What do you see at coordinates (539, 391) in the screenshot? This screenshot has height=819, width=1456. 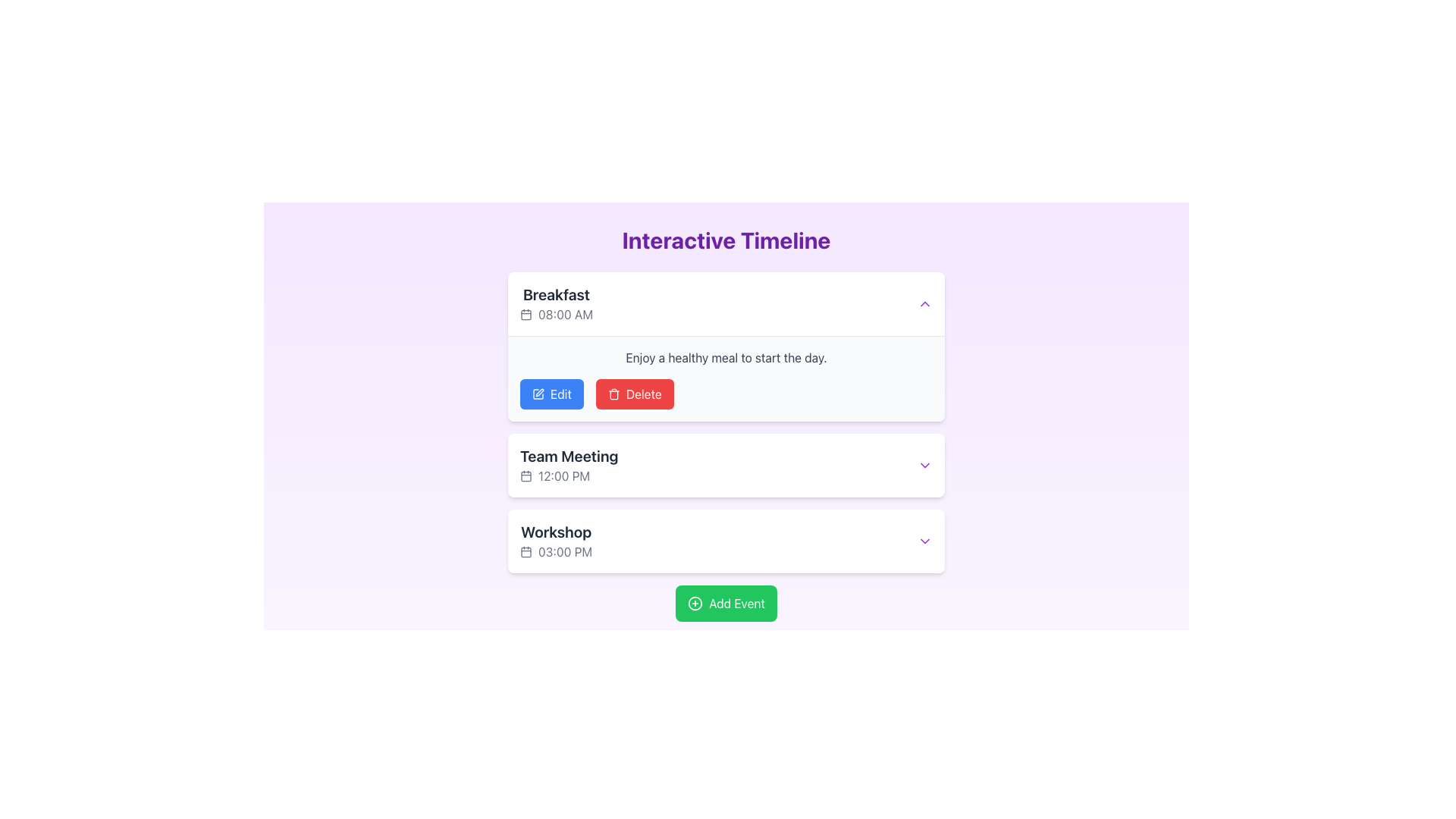 I see `the edit functionality by clicking the 'Edit' button associated with the pencil icon located in the first event card labeled 'Breakfast'` at bounding box center [539, 391].